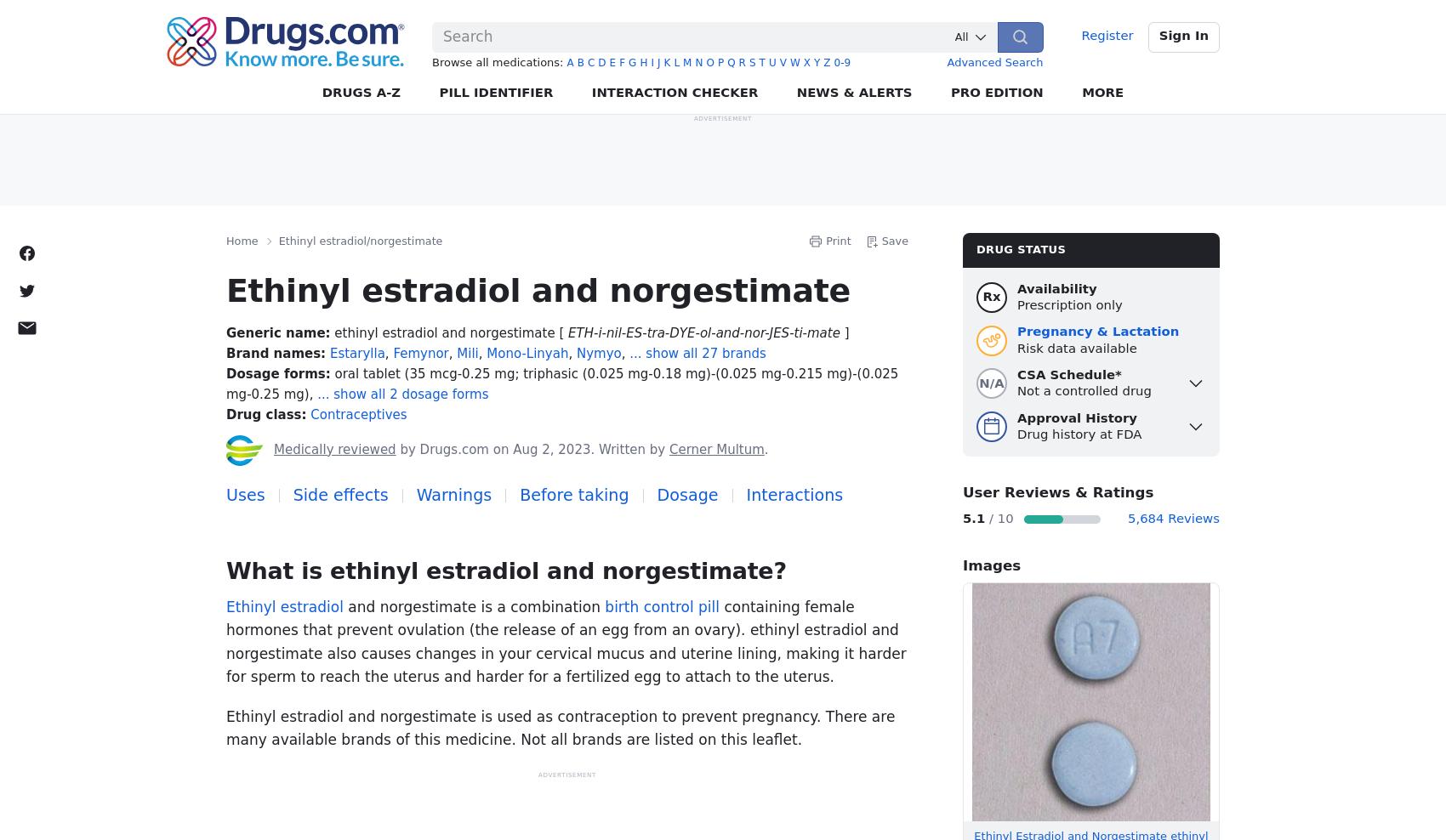  What do you see at coordinates (794, 63) in the screenshot?
I see `'w'` at bounding box center [794, 63].